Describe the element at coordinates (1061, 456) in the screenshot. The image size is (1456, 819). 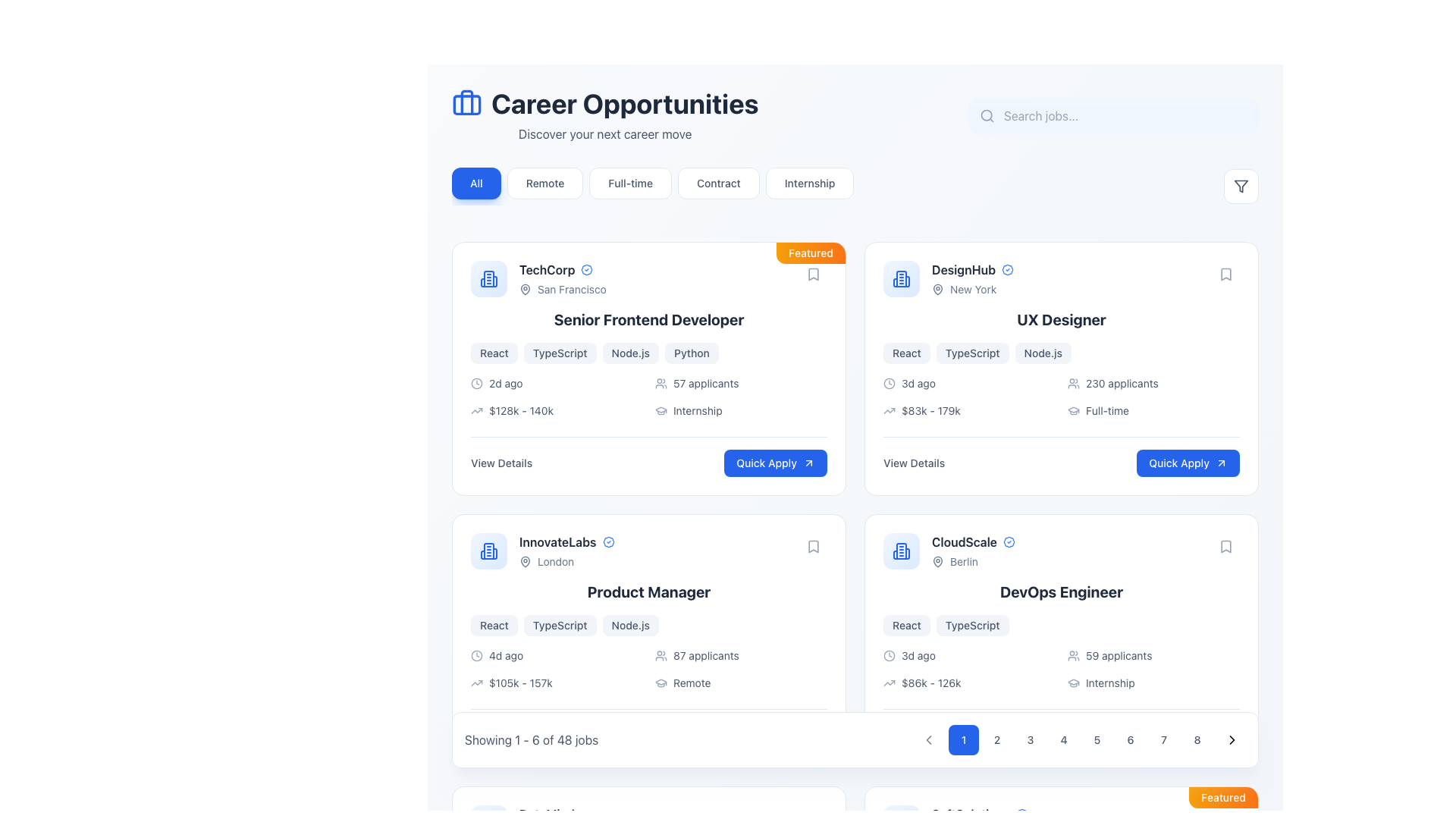
I see `the 'View Details' button located at the bottom-right corner of the 'DesignHub - UX Designer' job listing card to visit the details page` at that location.